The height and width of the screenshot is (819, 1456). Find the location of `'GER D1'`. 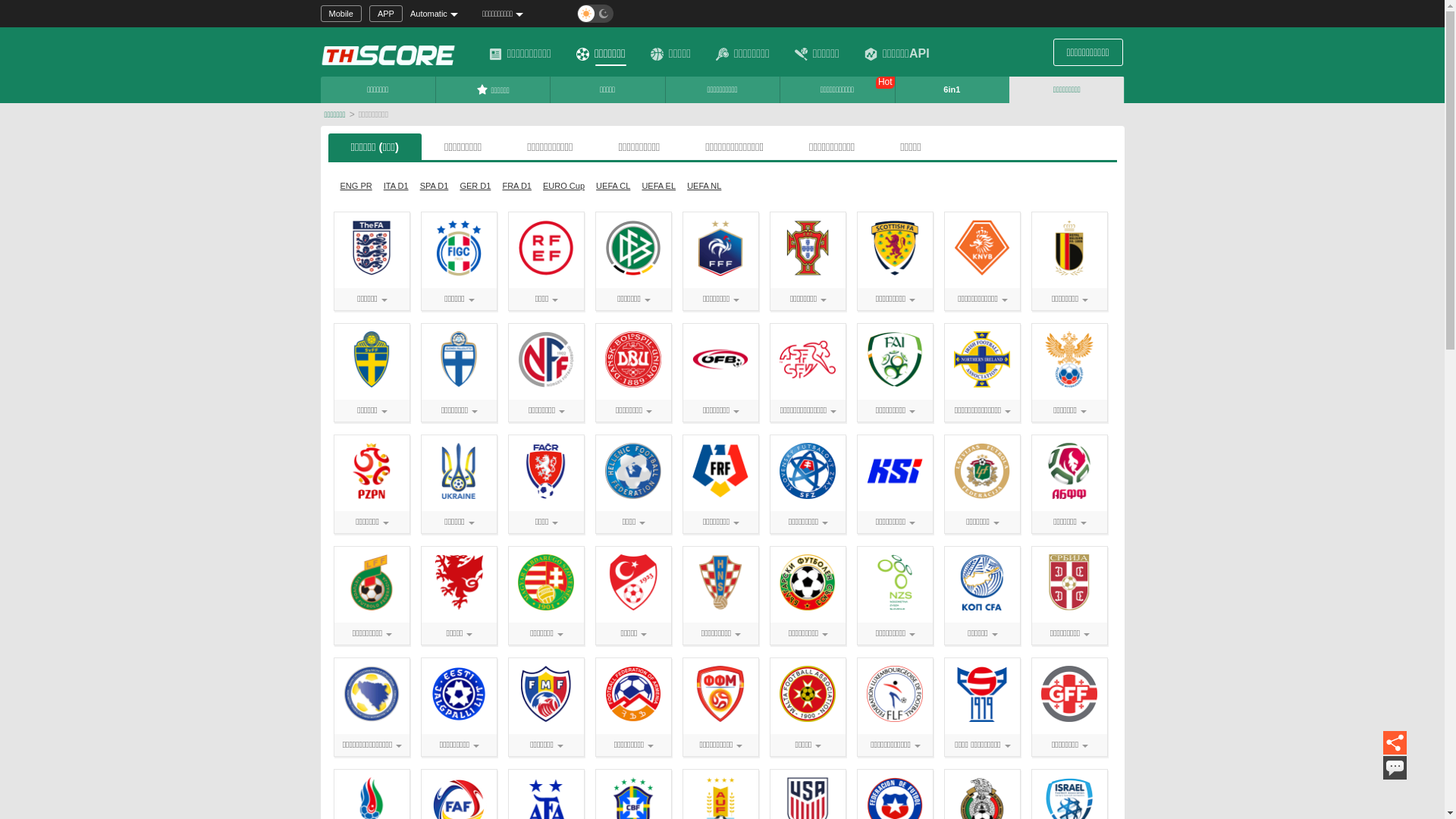

'GER D1' is located at coordinates (474, 185).